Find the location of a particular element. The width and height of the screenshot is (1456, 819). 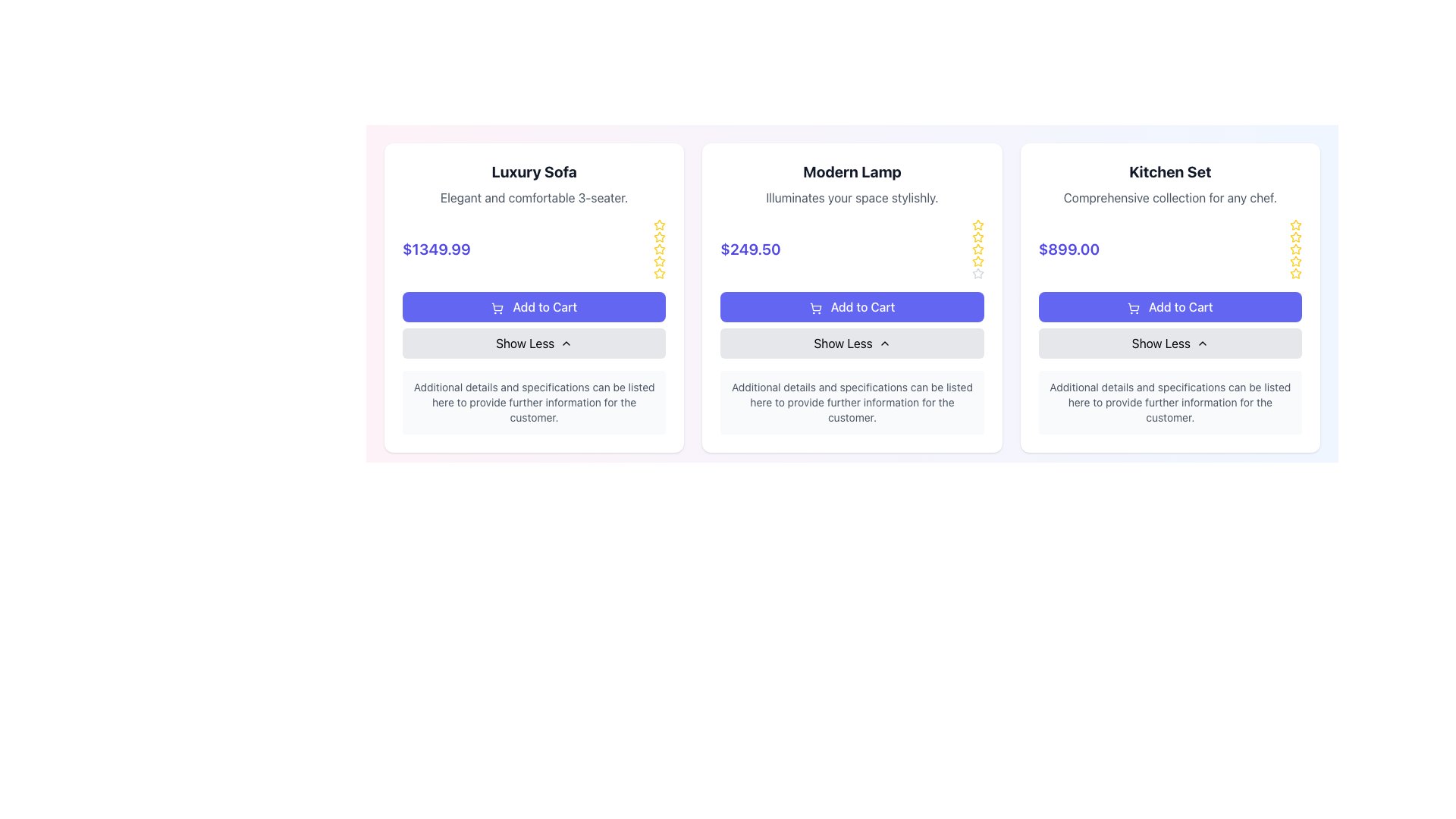

the fourth star icon in the vertical column of rating stars is located at coordinates (660, 260).